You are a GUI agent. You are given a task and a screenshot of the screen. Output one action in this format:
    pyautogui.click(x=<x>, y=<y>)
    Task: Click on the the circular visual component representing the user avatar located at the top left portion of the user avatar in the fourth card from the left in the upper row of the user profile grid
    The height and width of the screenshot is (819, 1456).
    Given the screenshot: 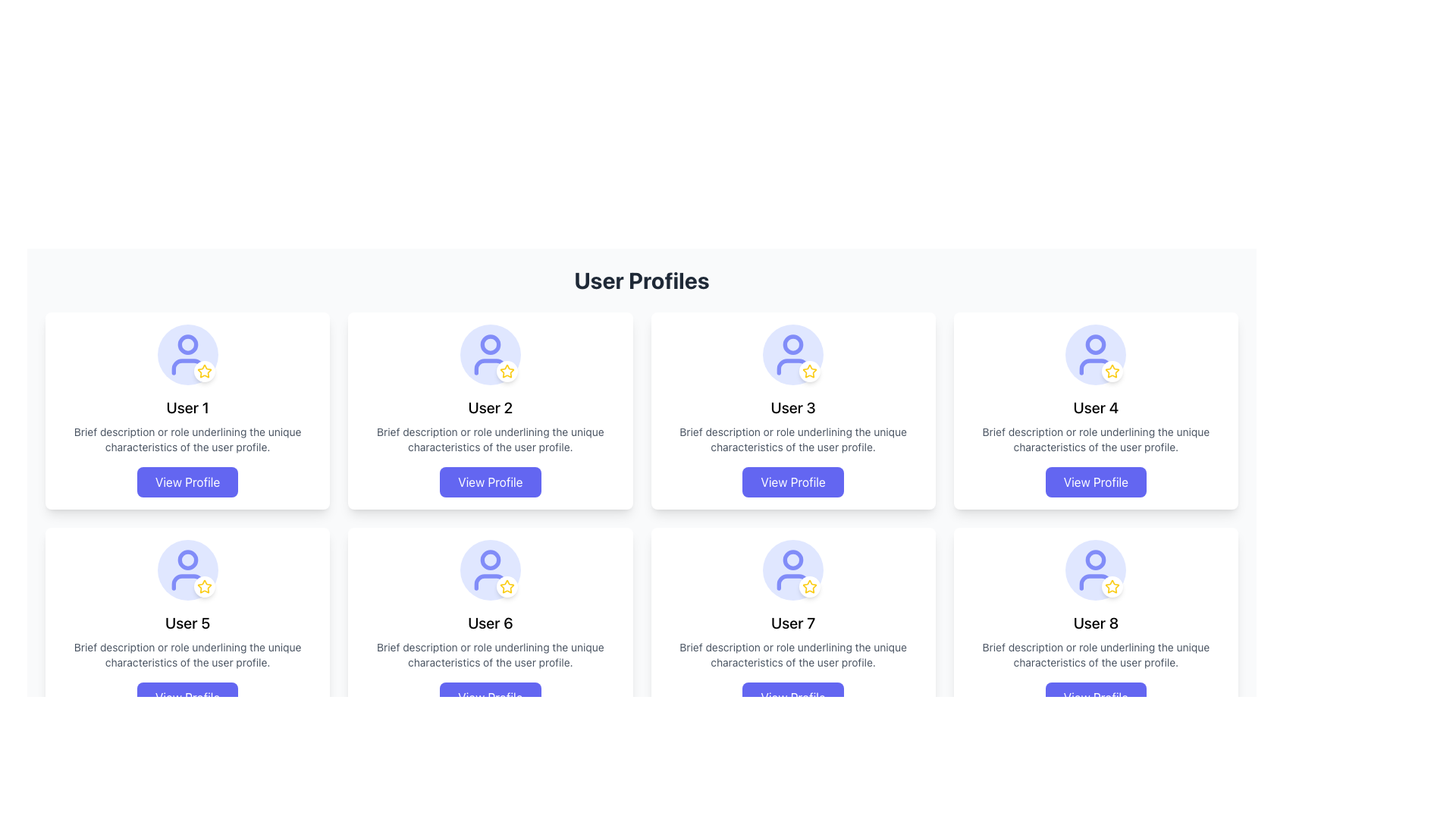 What is the action you would take?
    pyautogui.click(x=1096, y=344)
    